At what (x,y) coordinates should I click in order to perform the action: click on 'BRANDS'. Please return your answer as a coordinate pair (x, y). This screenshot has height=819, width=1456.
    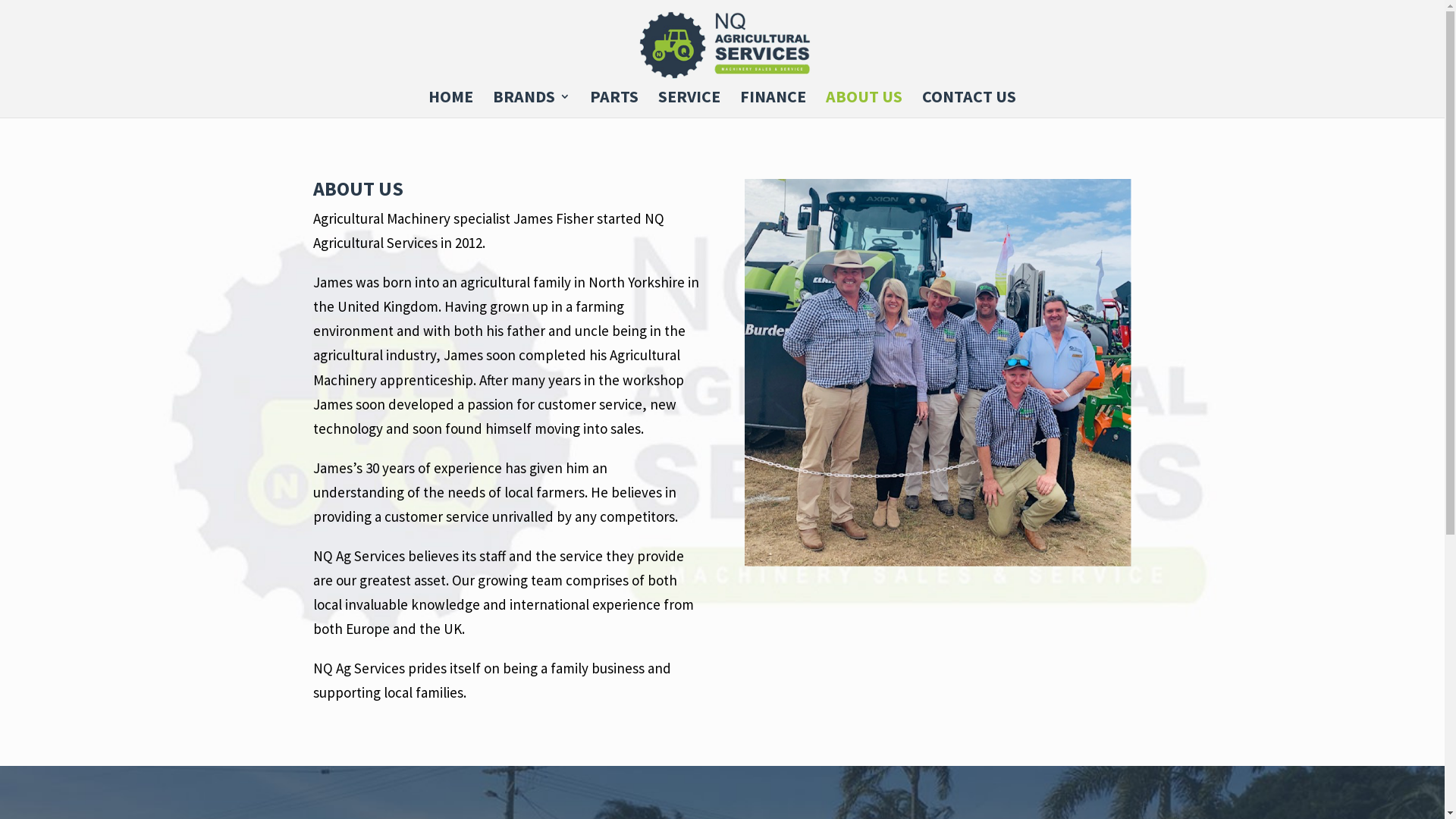
    Looking at the image, I should click on (531, 103).